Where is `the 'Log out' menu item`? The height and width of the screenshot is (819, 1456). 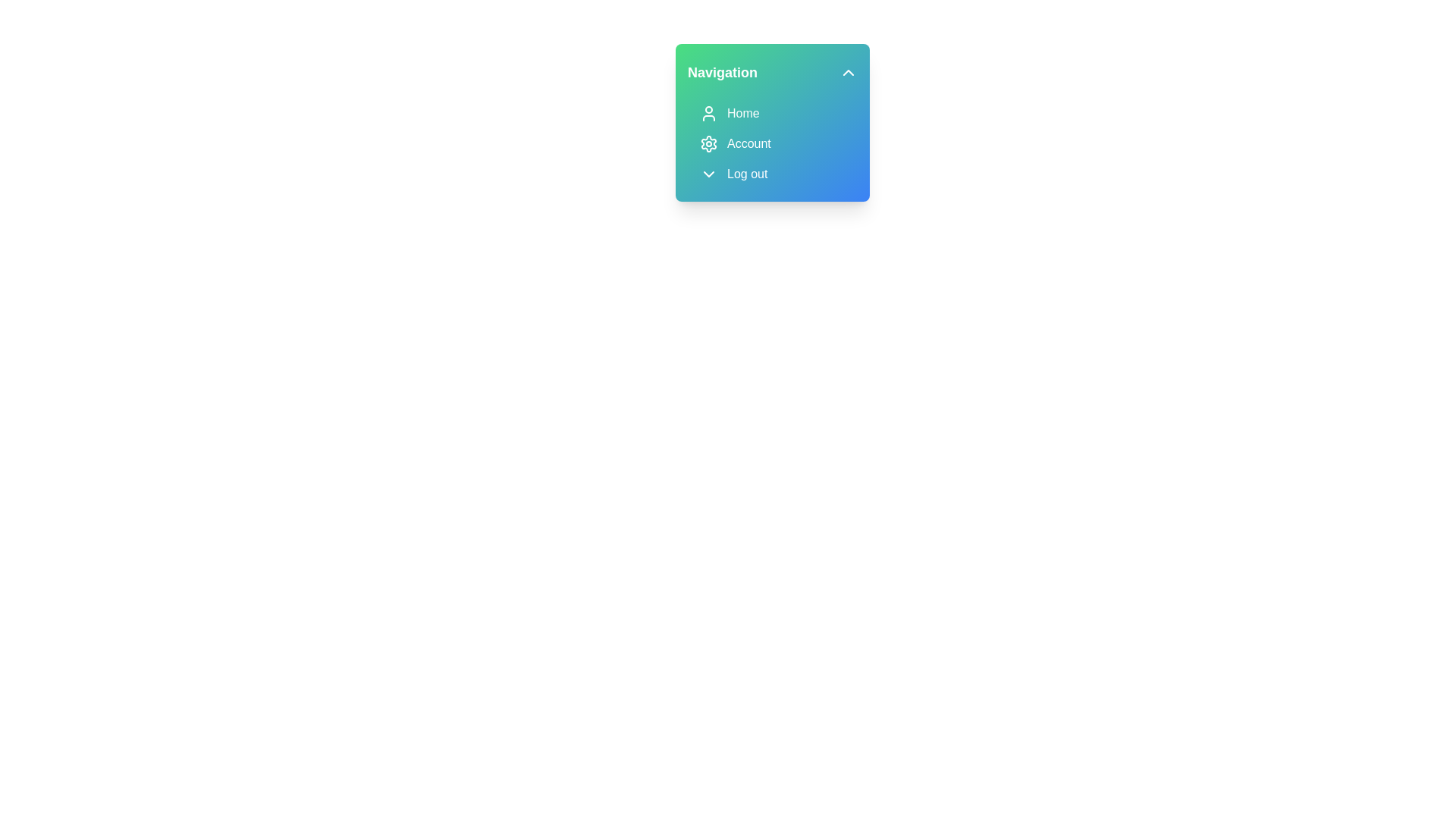
the 'Log out' menu item is located at coordinates (772, 174).